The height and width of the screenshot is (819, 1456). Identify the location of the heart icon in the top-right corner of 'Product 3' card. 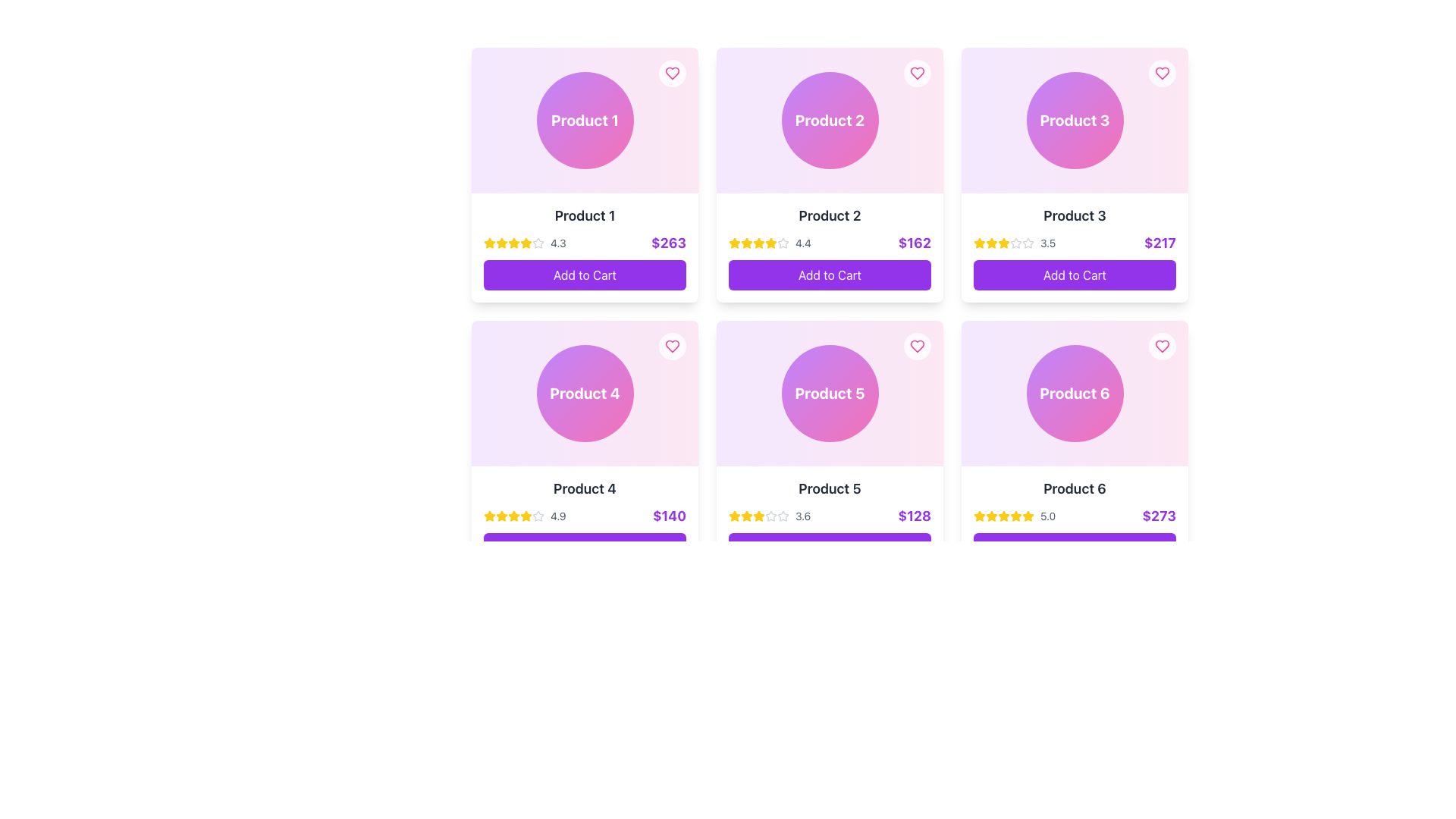
(1161, 73).